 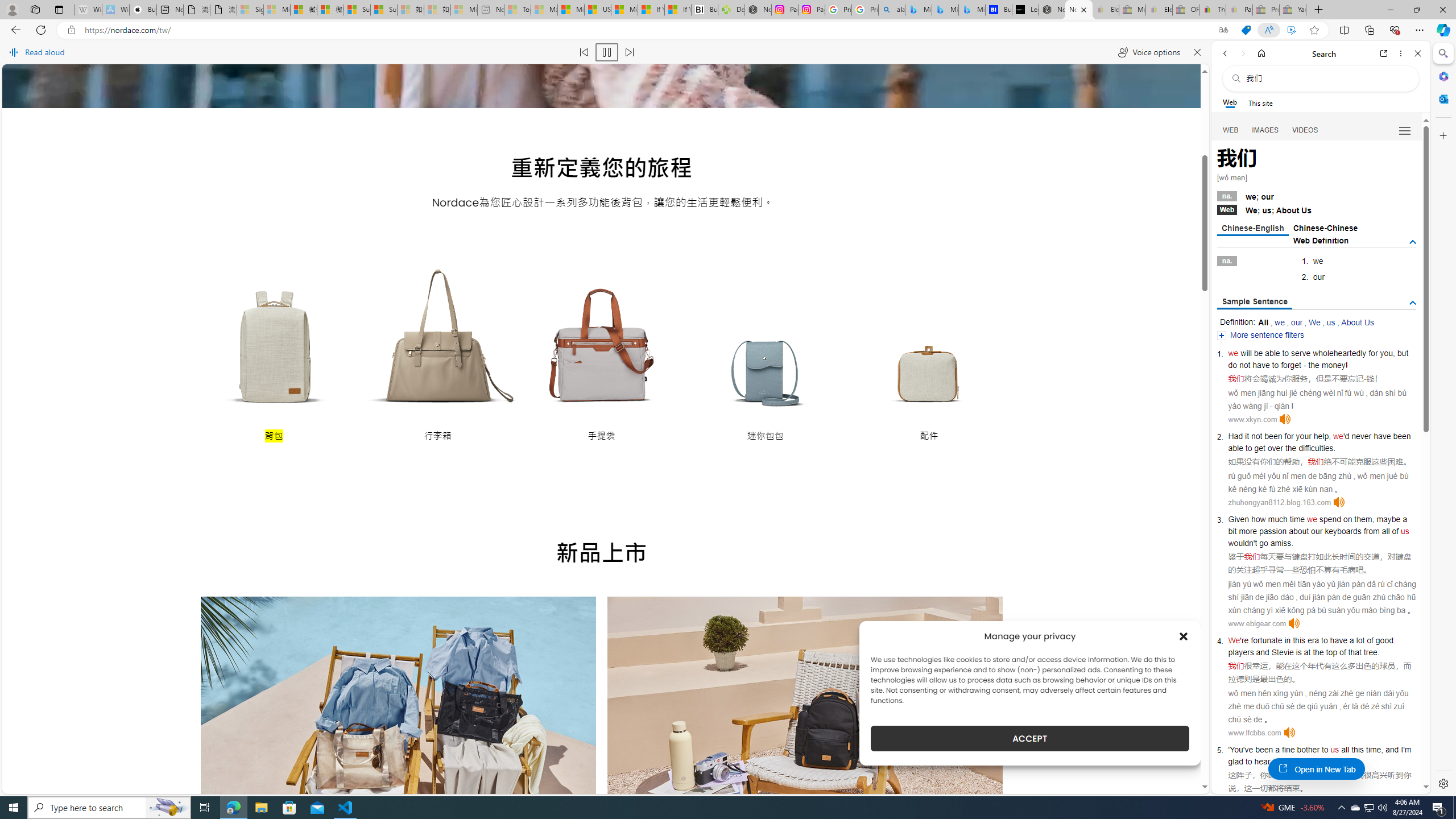 What do you see at coordinates (1300, 353) in the screenshot?
I see `'serve'` at bounding box center [1300, 353].